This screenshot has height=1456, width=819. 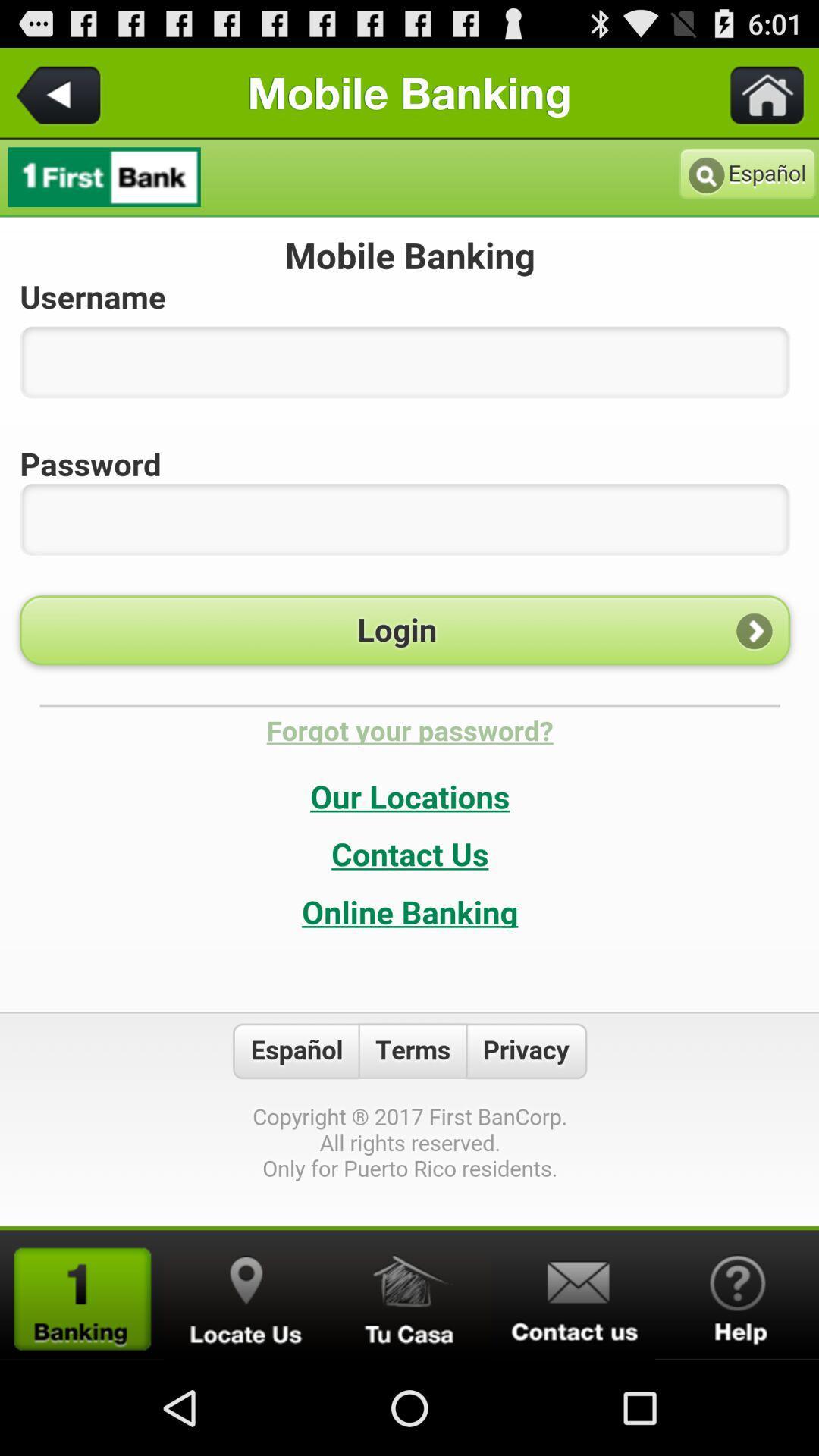 I want to click on back, so click(x=61, y=92).